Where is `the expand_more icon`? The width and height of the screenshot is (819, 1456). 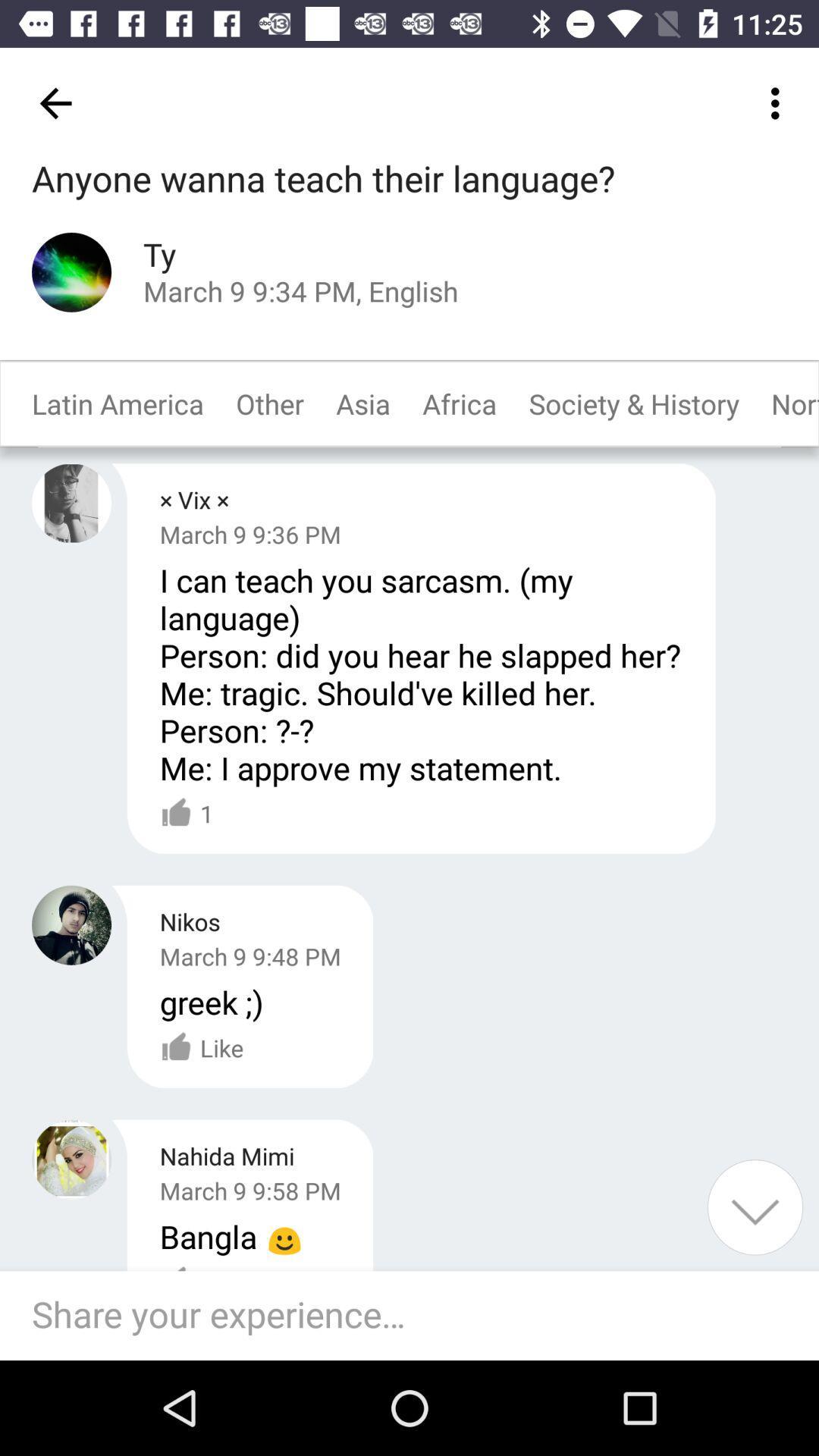 the expand_more icon is located at coordinates (755, 1207).